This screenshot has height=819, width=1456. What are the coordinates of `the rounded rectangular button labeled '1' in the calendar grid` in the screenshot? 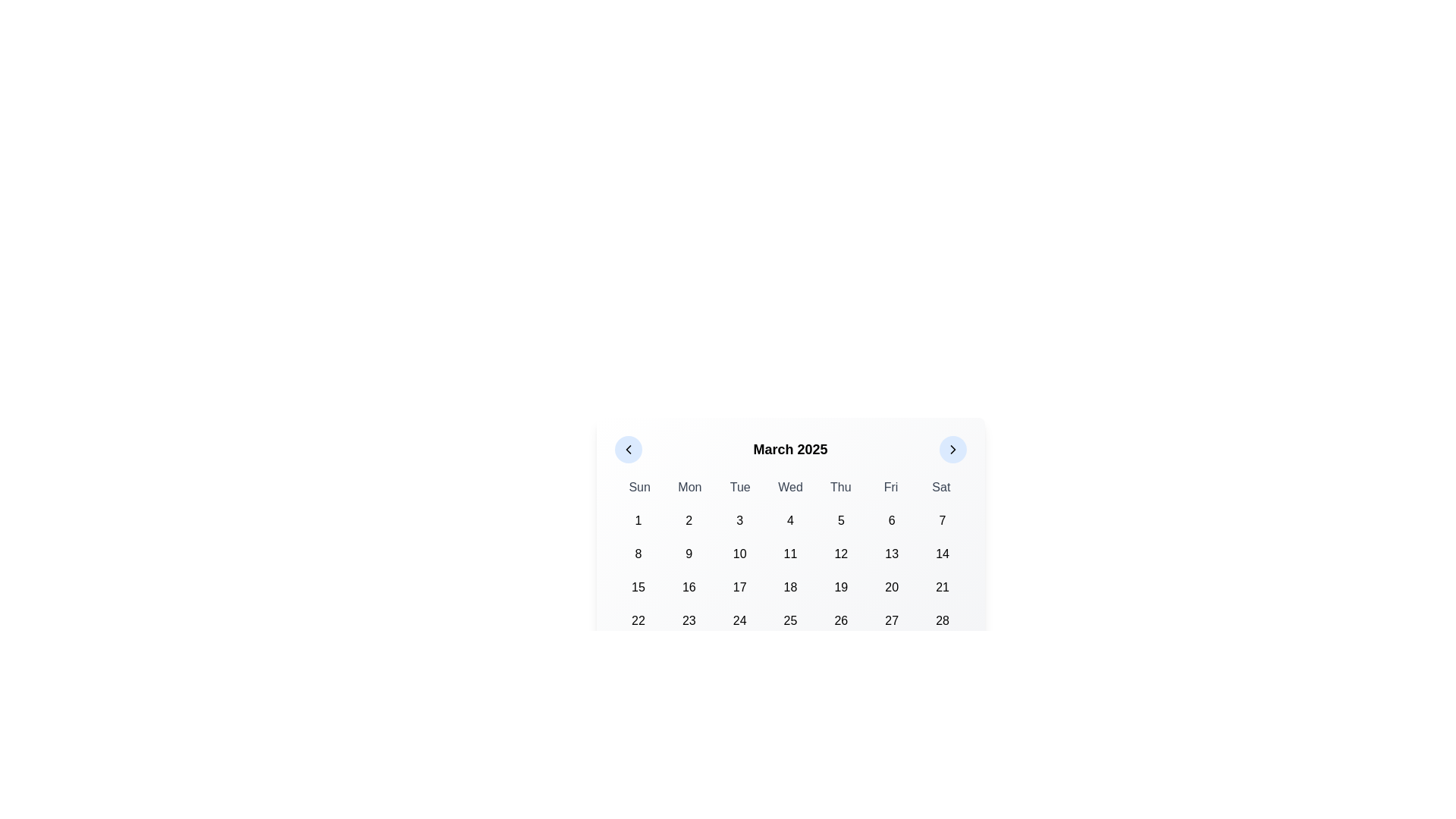 It's located at (638, 519).